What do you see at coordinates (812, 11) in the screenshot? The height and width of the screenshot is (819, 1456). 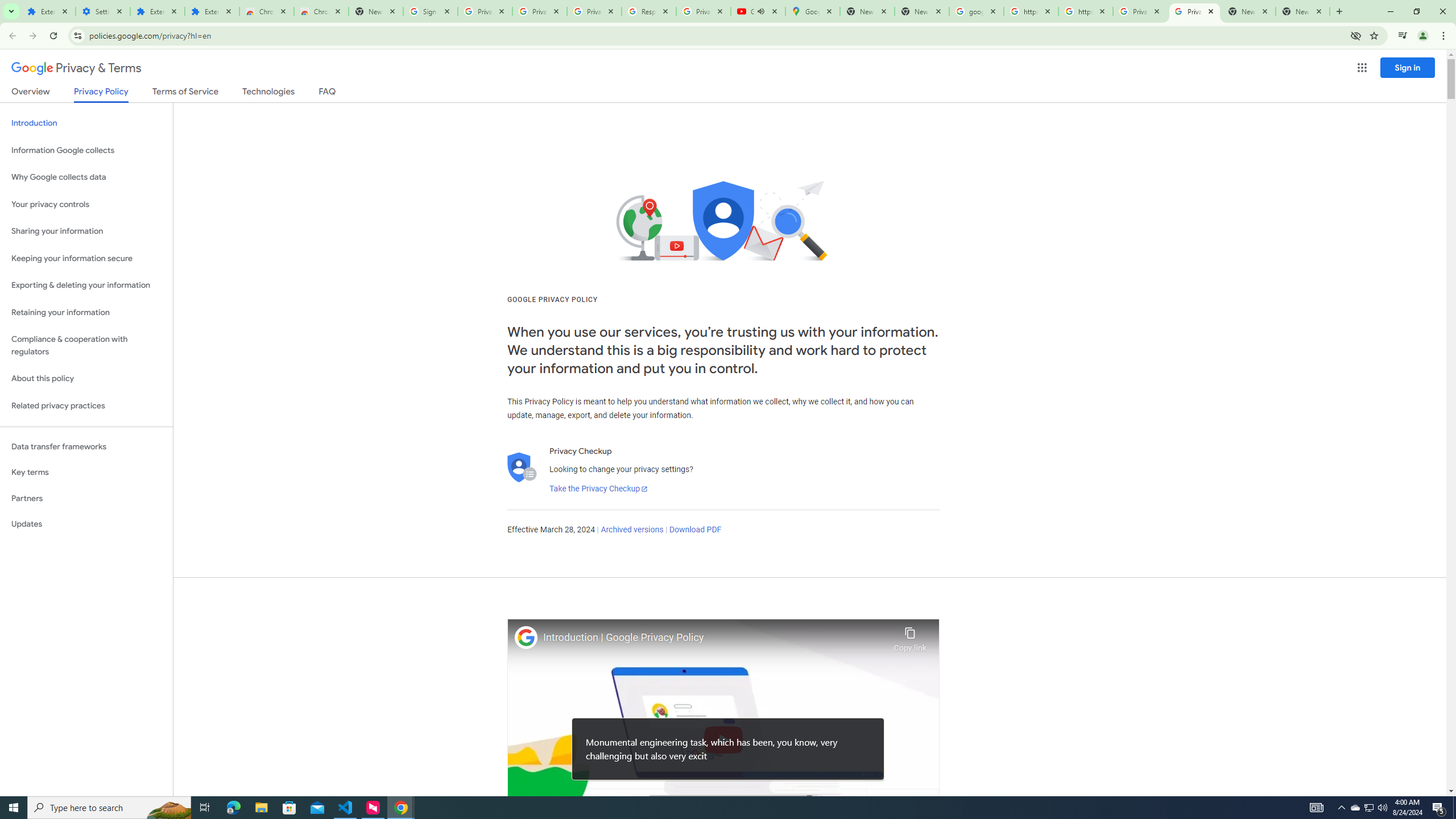 I see `'Google Maps'` at bounding box center [812, 11].